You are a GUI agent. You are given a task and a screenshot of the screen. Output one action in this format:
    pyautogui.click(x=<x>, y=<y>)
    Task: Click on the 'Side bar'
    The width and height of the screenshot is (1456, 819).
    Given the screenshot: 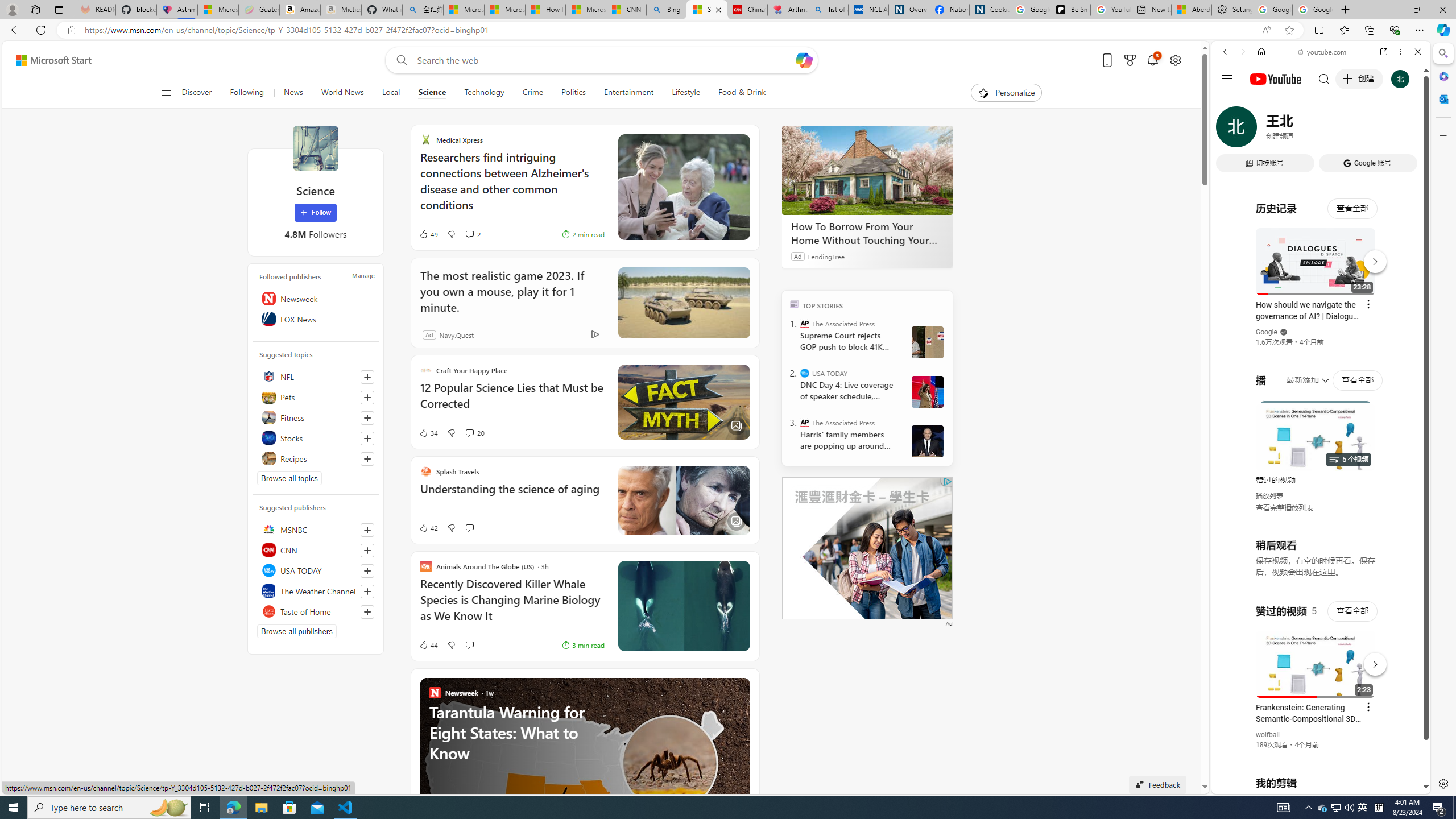 What is the action you would take?
    pyautogui.click(x=1443, y=418)
    